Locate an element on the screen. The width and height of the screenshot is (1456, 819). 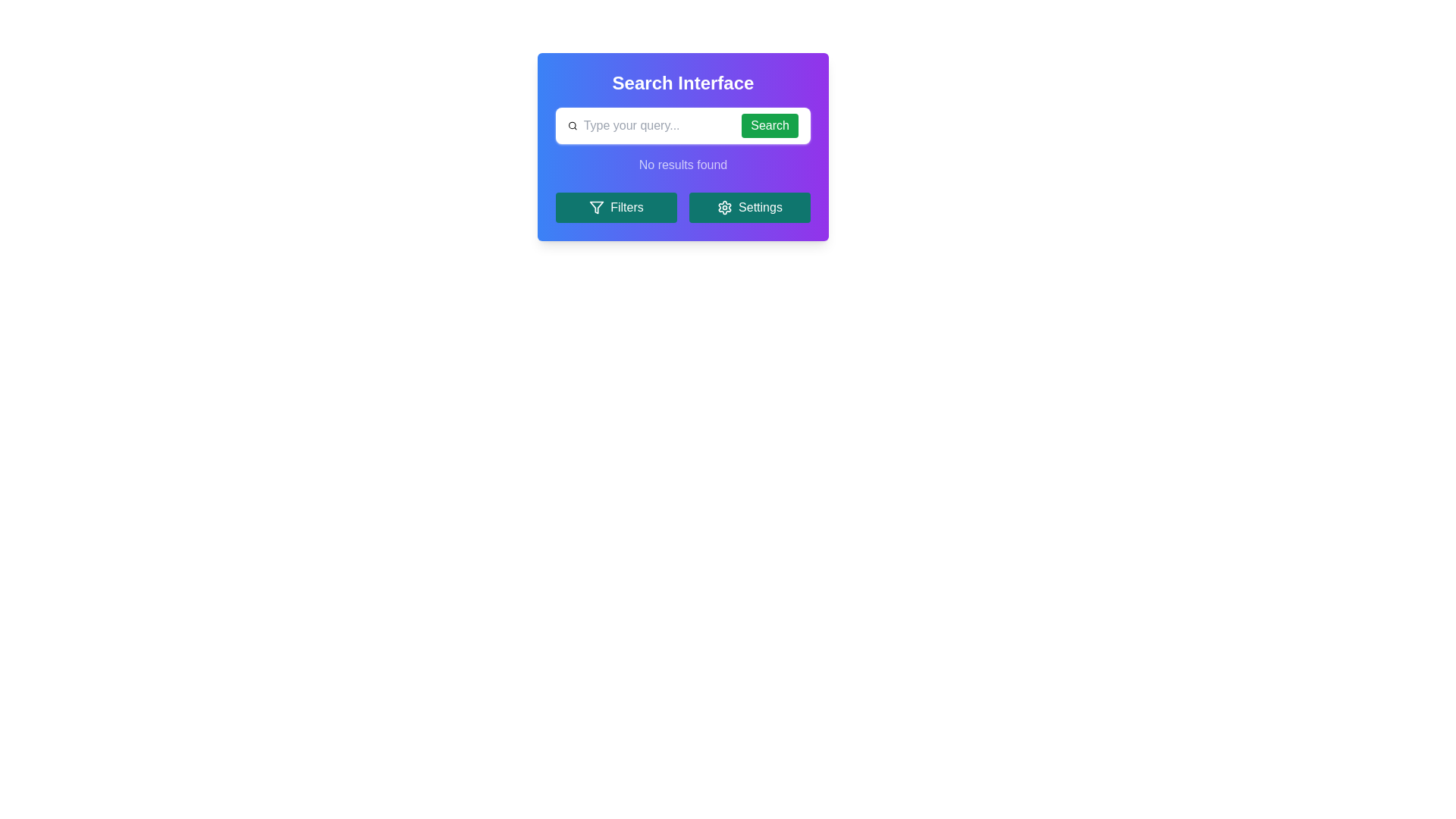
the green funnel-shaped filter icon located within the 'Filters' button on the bottom left area of the interface is located at coordinates (596, 207).